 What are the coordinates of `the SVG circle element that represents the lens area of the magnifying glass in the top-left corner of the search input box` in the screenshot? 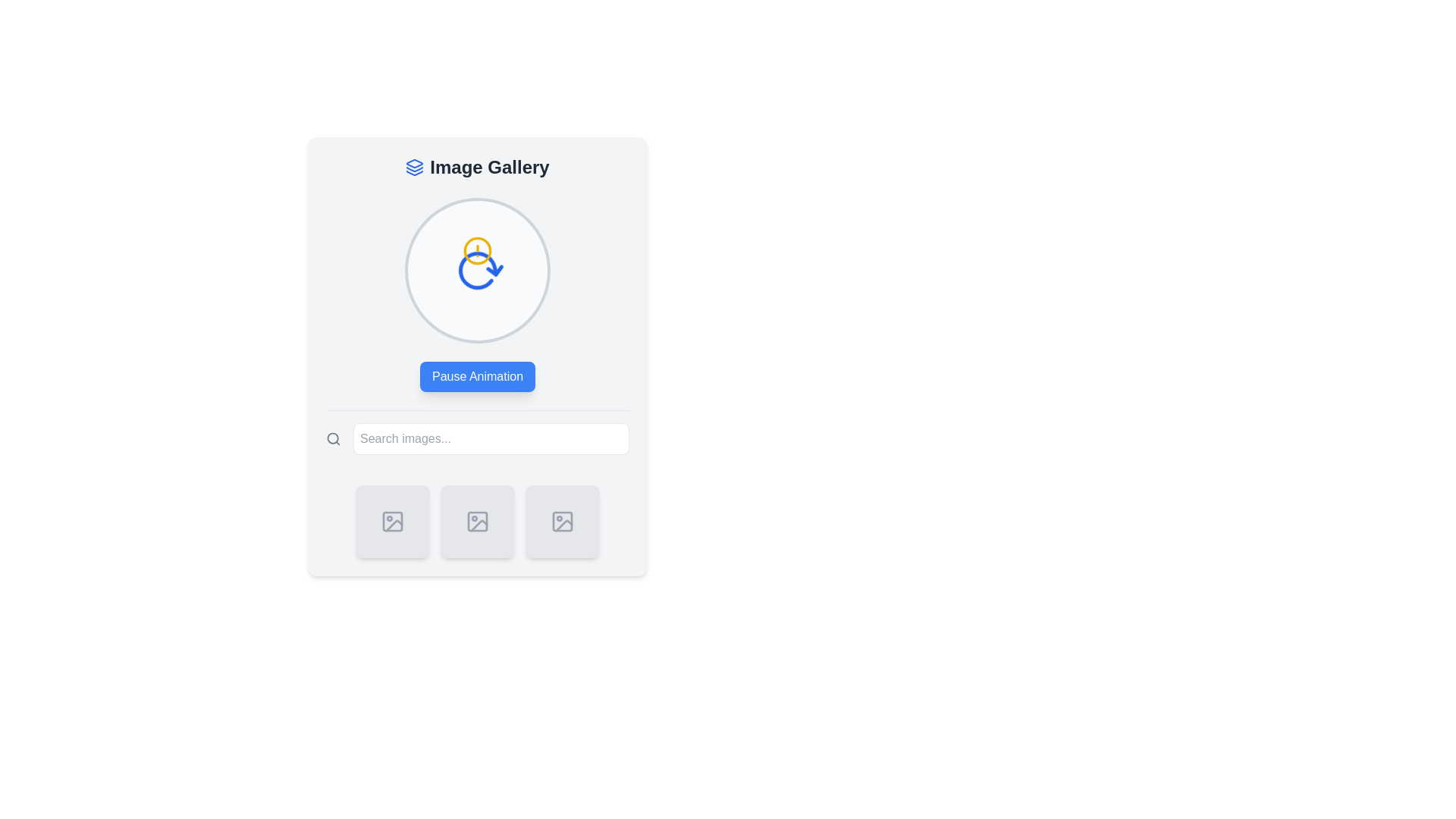 It's located at (332, 438).